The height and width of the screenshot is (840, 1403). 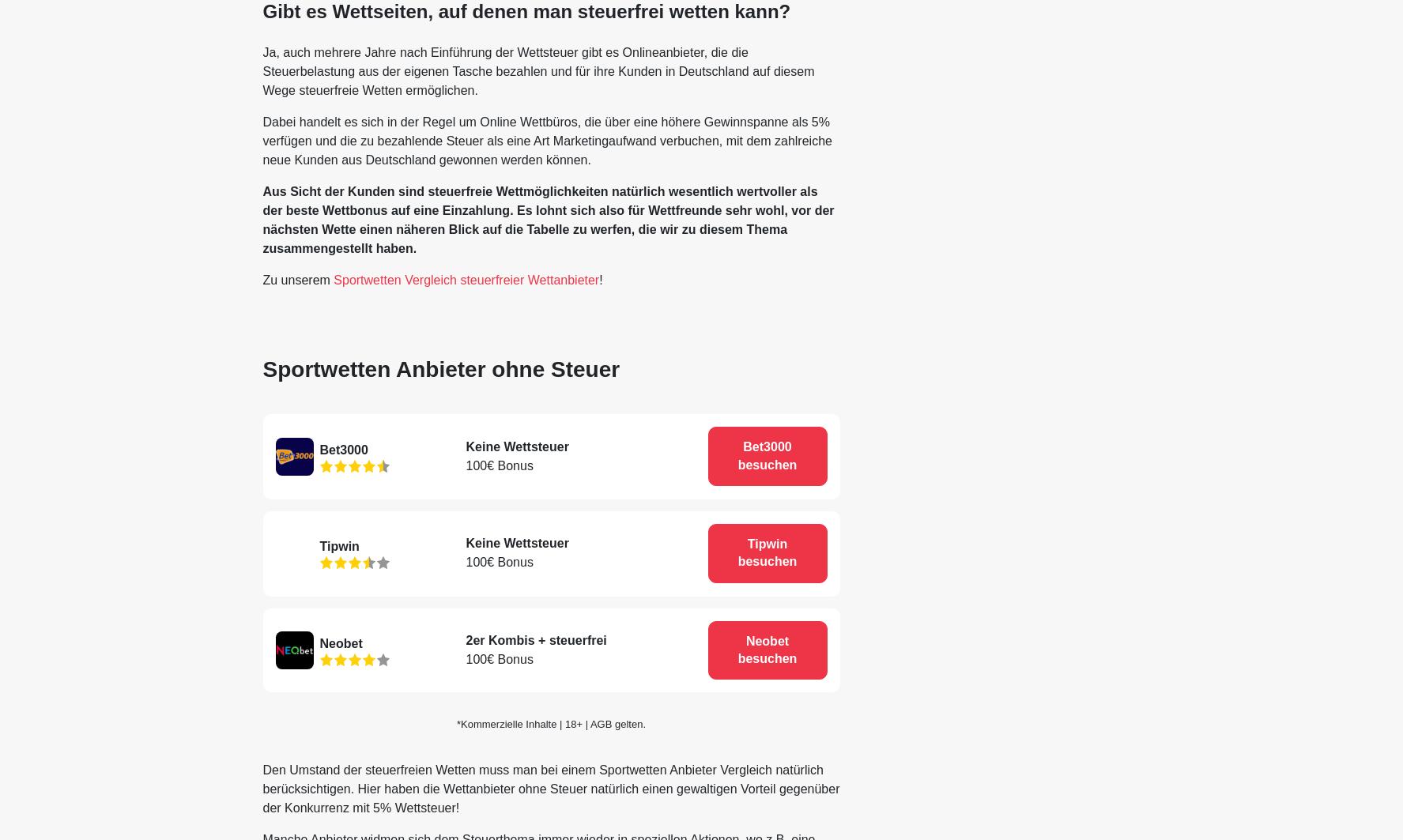 I want to click on 'Den Umstand der steuerfreien Wetten muss man bei einem Sportwetten Anbieter Vergleich natürlich berücksichtigen. Hier haben die Wettanbieter ohne Steuer natürlich einen gewaltigen Vorteil gegenüber der Konkurrenz mit 5% Wettsteuer!', so click(x=550, y=787).